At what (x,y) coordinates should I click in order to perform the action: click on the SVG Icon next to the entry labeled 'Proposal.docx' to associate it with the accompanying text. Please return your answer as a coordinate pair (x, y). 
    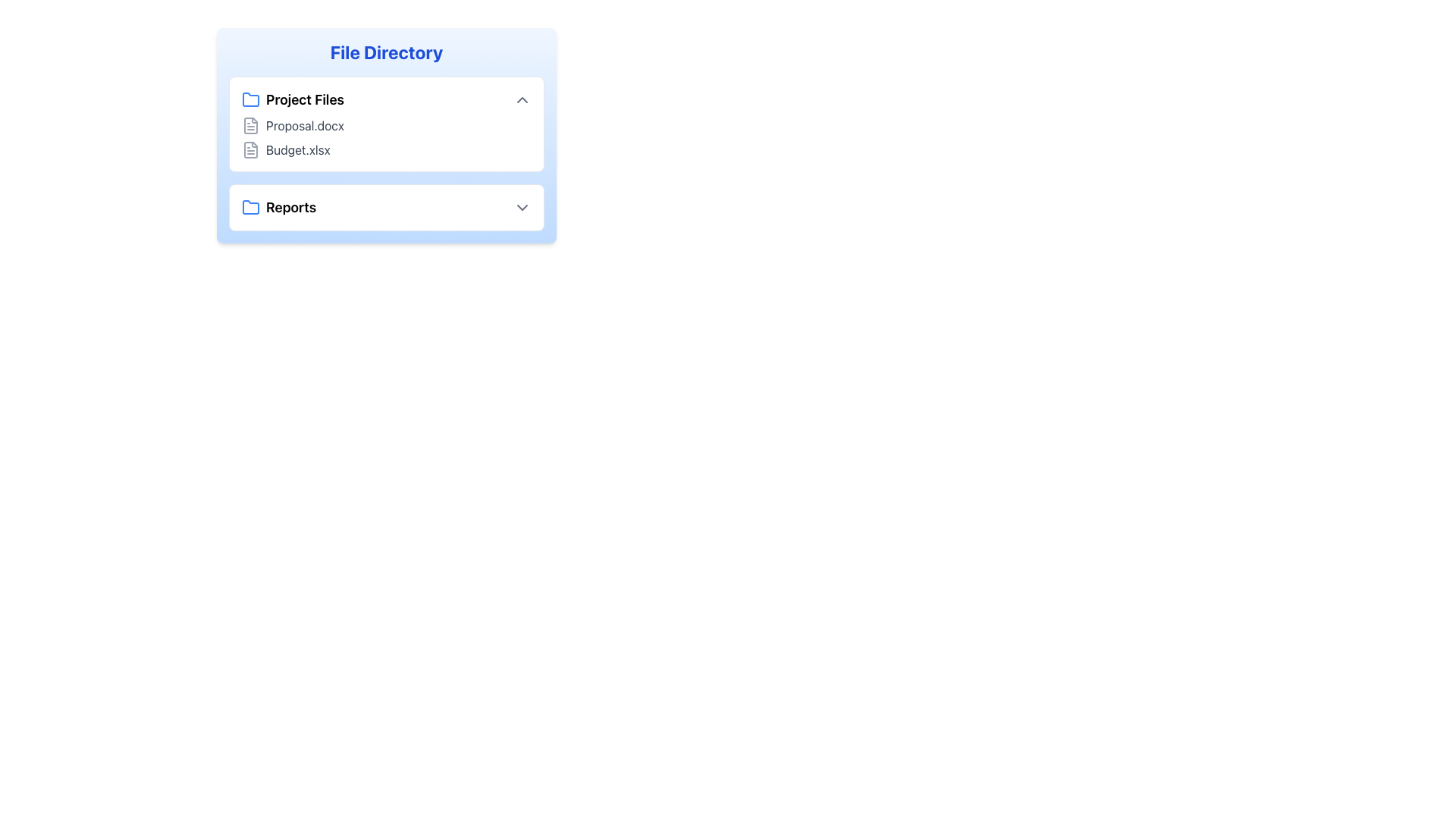
    Looking at the image, I should click on (251, 124).